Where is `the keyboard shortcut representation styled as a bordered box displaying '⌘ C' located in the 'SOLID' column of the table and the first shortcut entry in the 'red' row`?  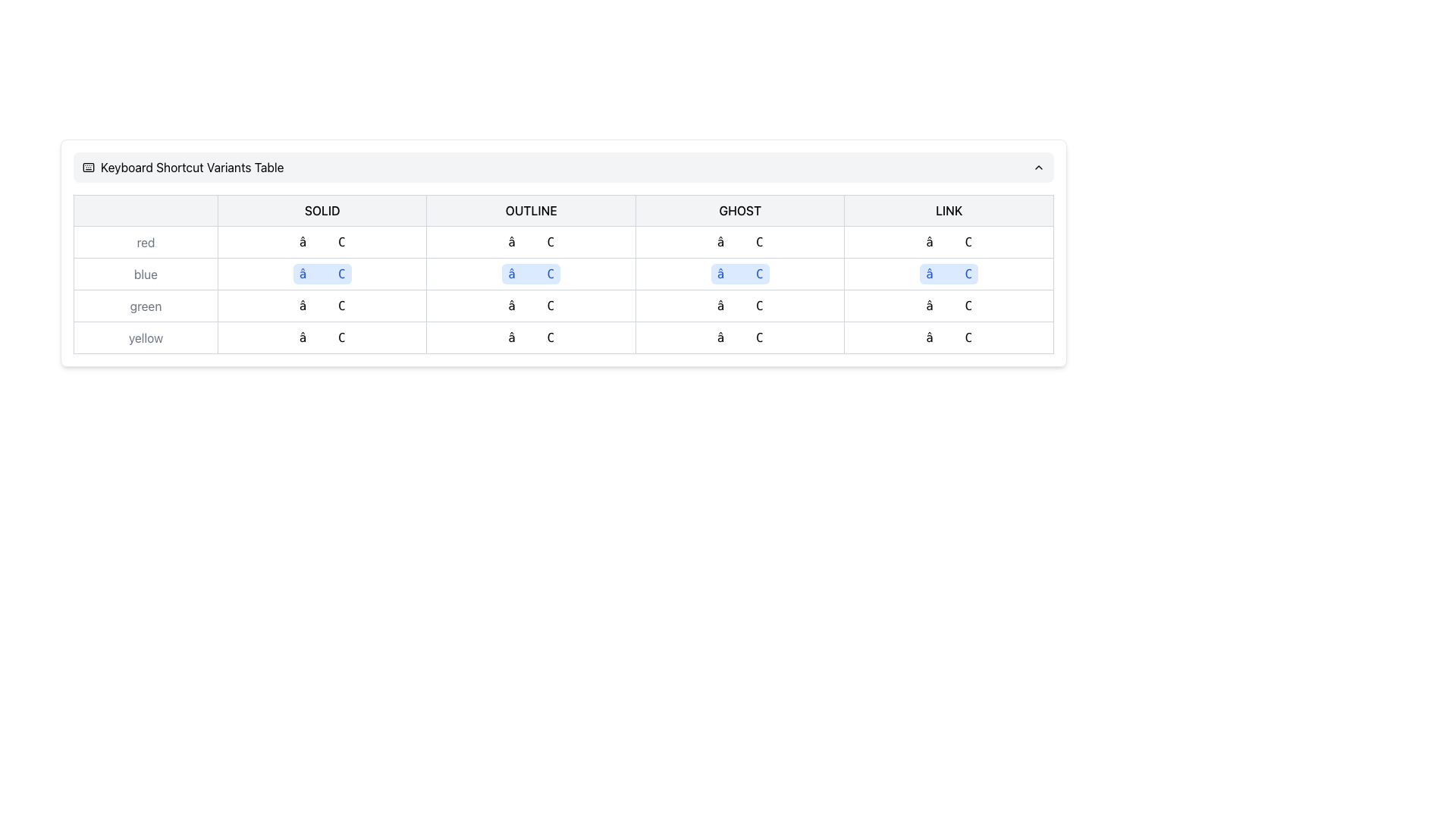 the keyboard shortcut representation styled as a bordered box displaying '⌘ C' located in the 'SOLID' column of the table and the first shortcut entry in the 'red' row is located at coordinates (322, 241).